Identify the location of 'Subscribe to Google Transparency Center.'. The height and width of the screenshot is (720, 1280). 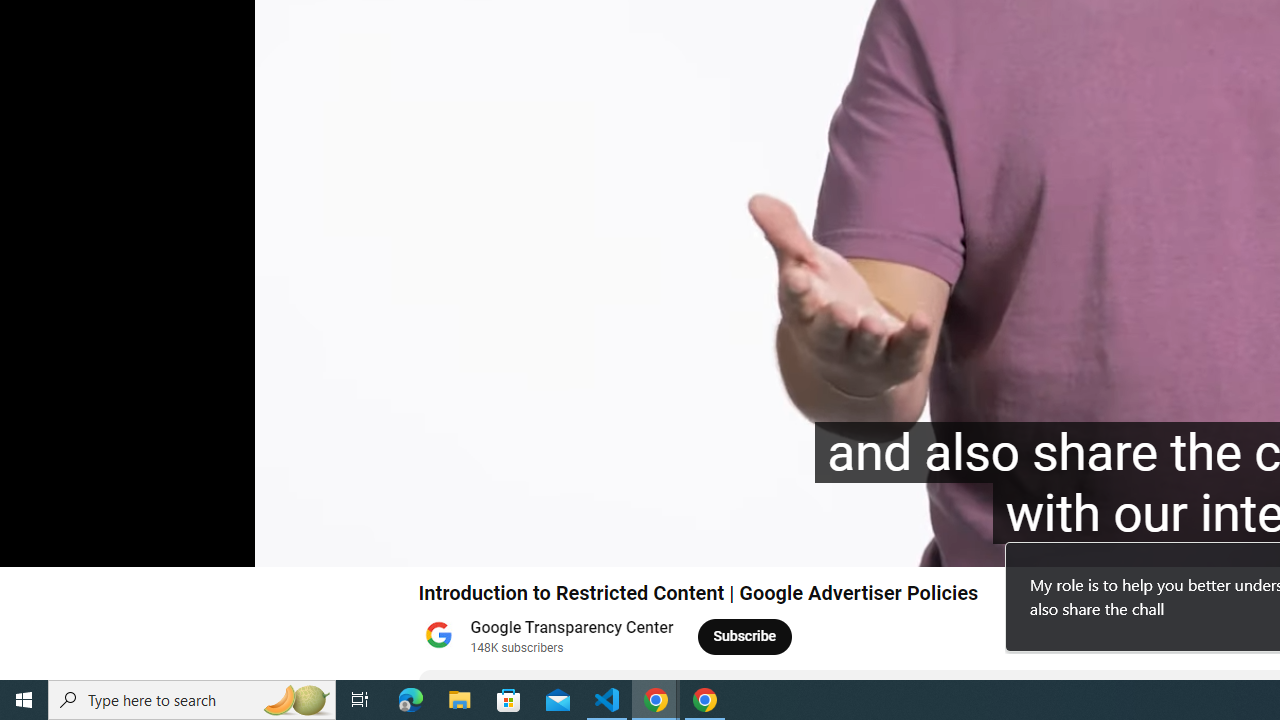
(744, 636).